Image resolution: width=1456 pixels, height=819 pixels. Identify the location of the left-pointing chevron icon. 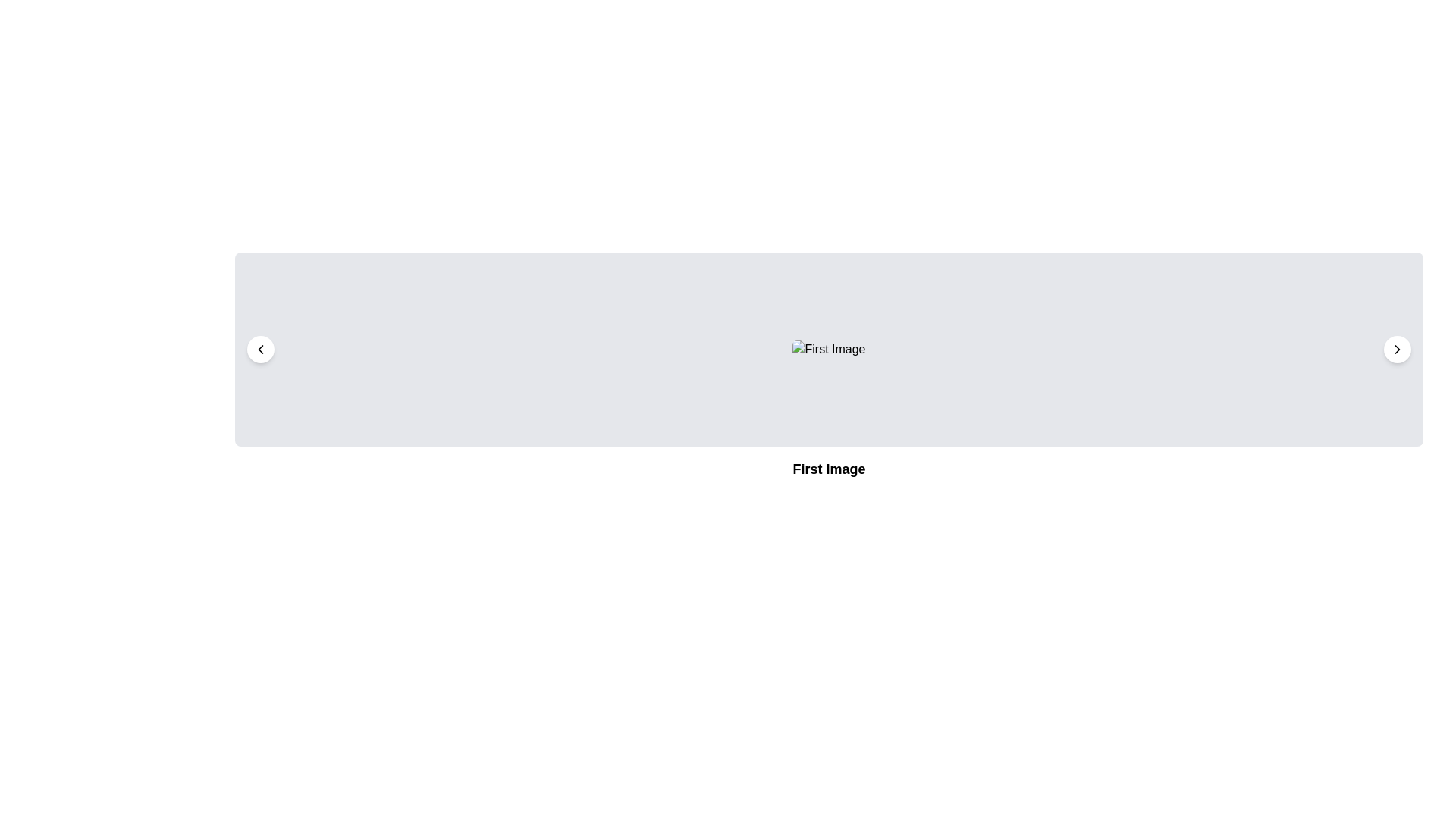
(261, 350).